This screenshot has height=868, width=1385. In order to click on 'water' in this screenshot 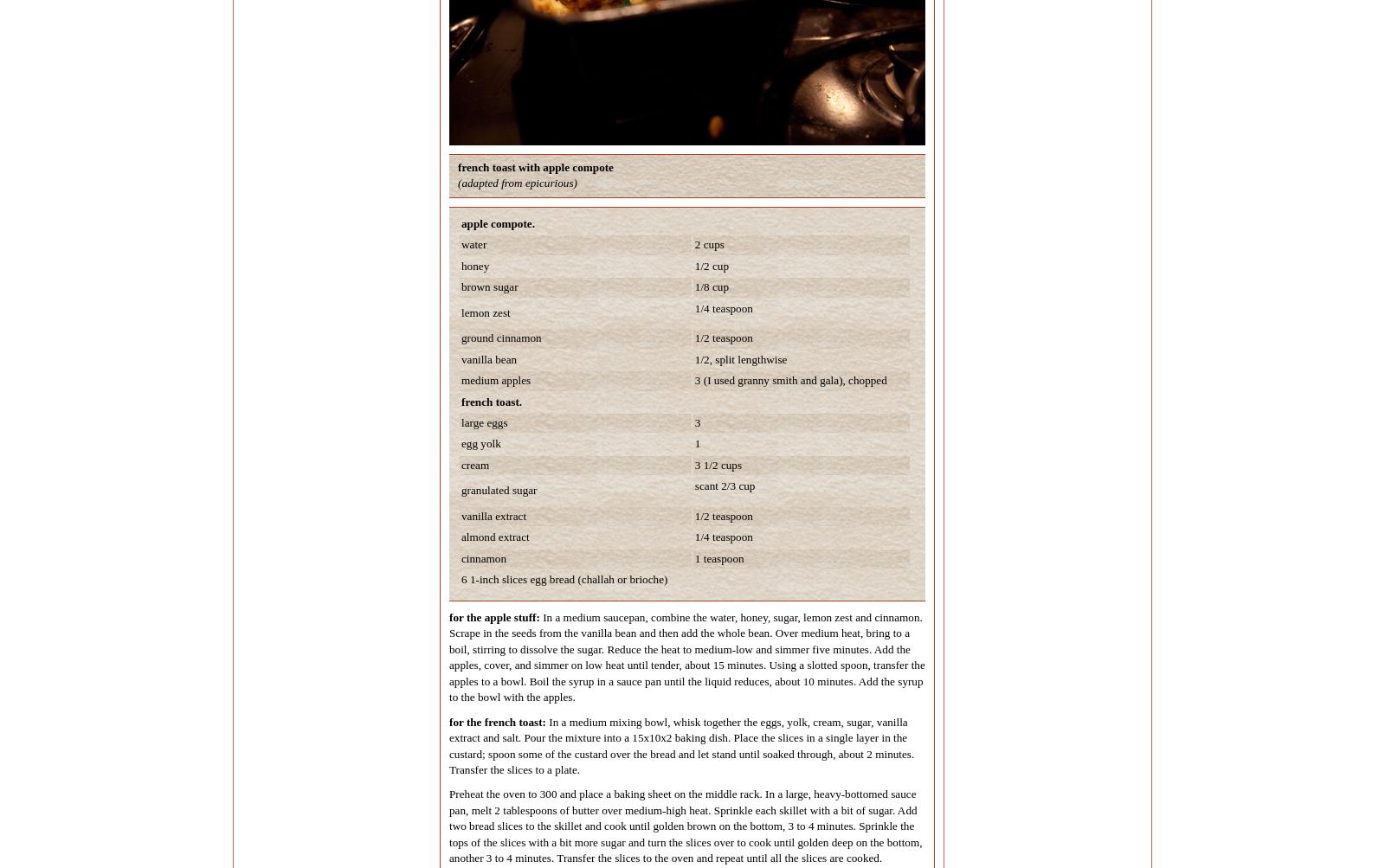, I will do `click(473, 244)`.